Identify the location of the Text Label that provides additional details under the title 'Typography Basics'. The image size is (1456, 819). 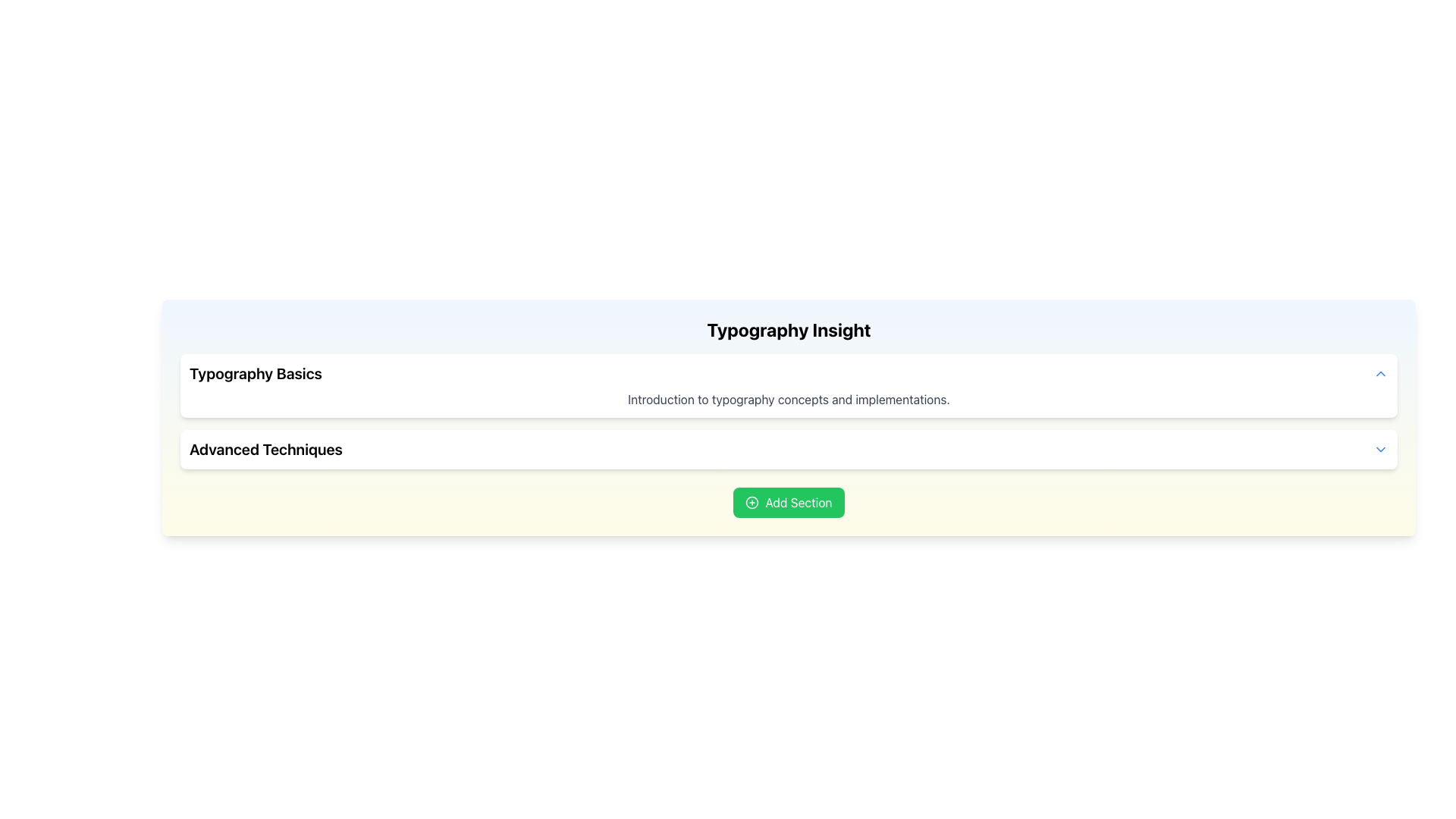
(789, 399).